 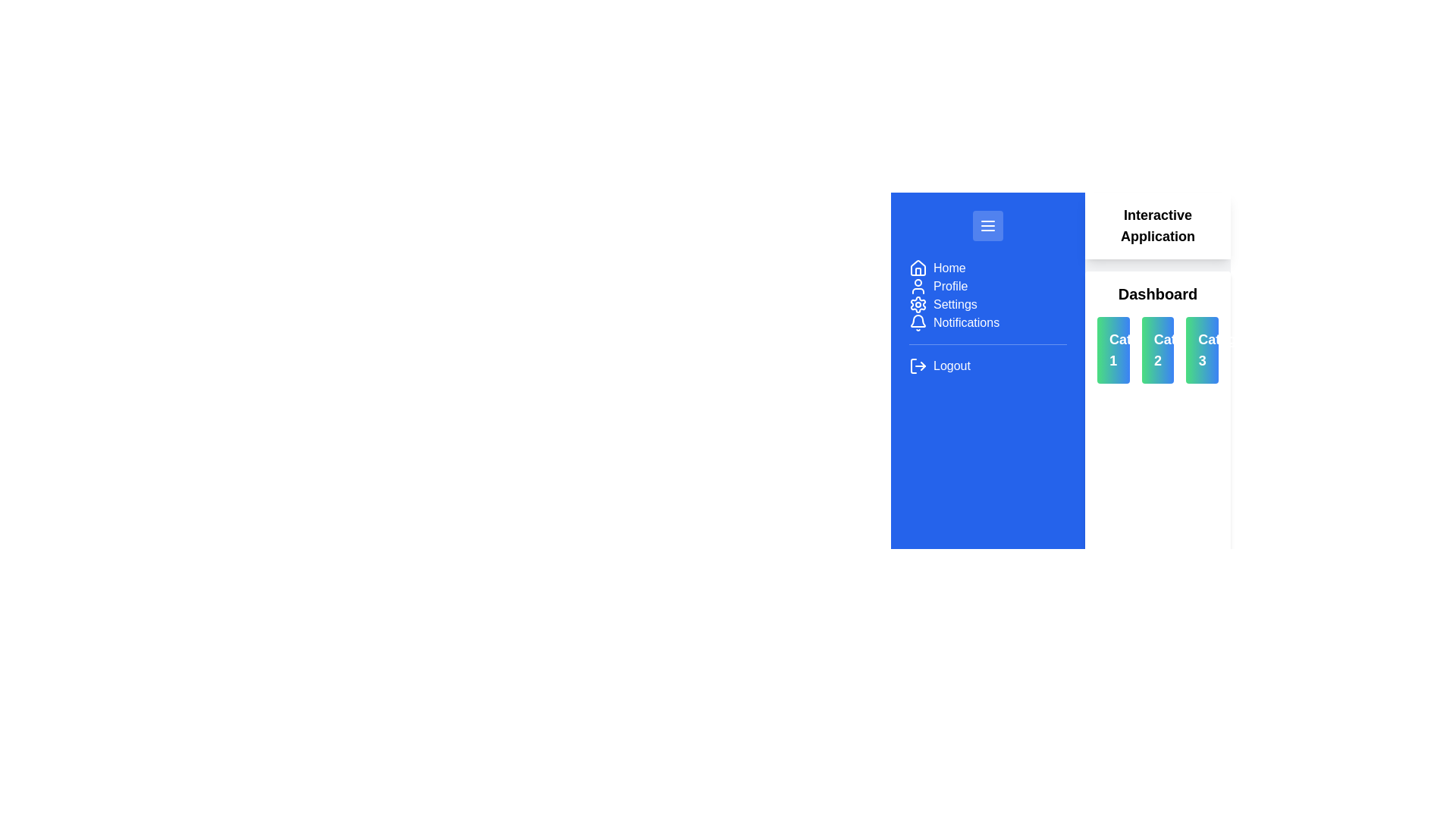 What do you see at coordinates (1156, 332) in the screenshot?
I see `'Category 2' in the dashboard to view detailed options` at bounding box center [1156, 332].